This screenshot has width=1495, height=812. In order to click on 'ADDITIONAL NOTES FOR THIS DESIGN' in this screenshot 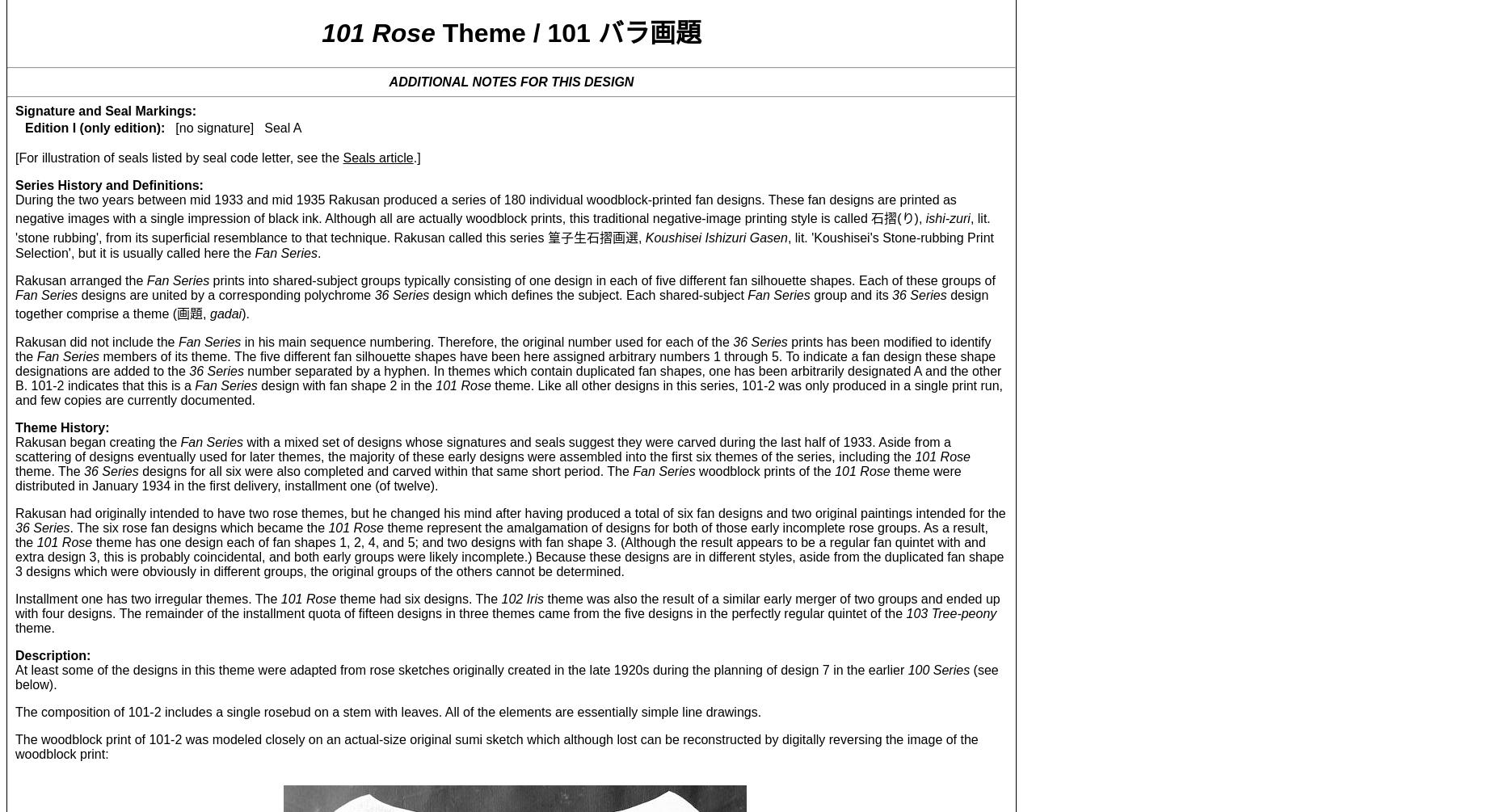, I will do `click(389, 81)`.